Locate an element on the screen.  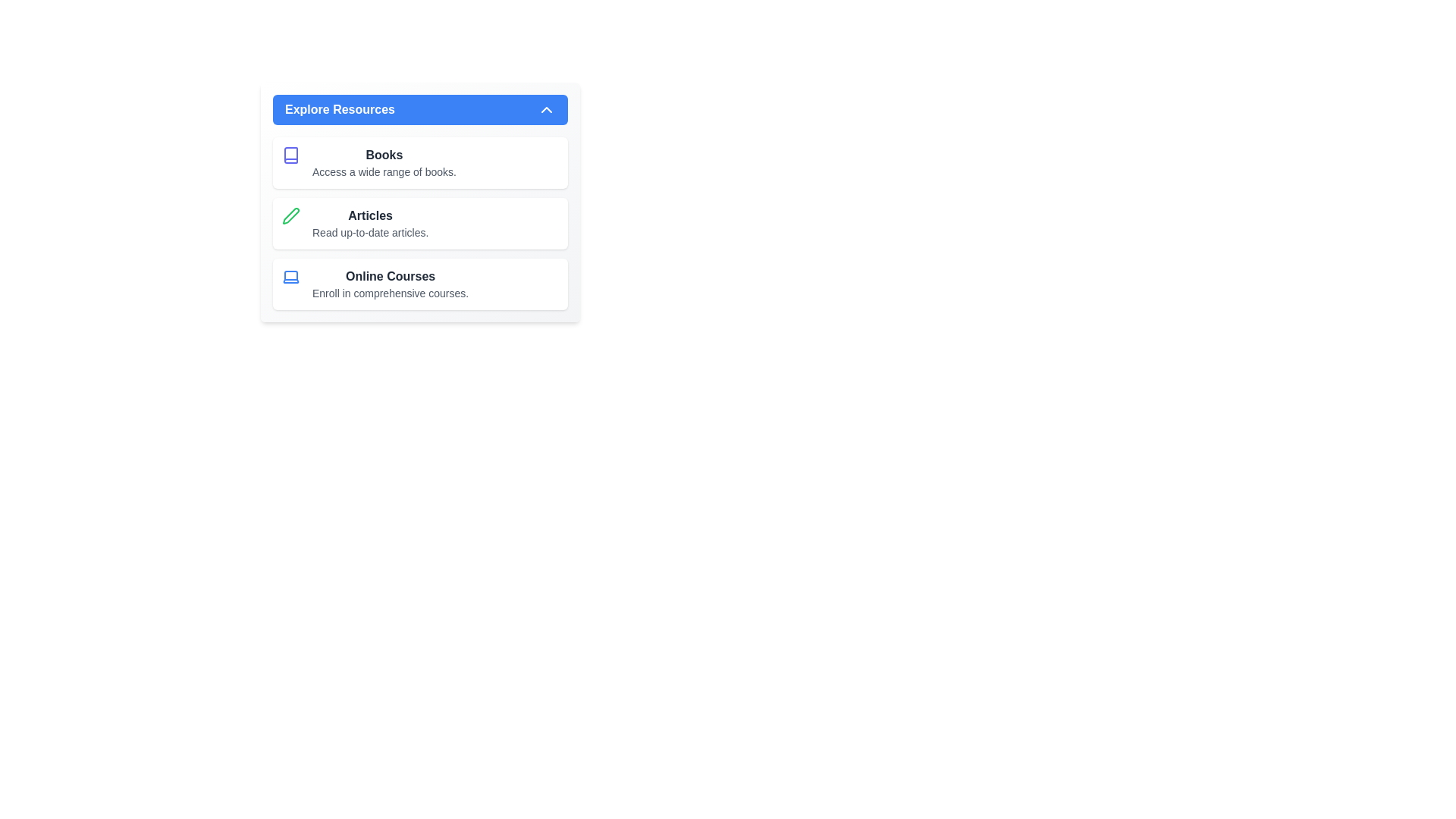
text label displaying 'Online Courses' in bold font and dark gray color, which serves as the title of the card within the 'Explore Resources' section is located at coordinates (391, 277).